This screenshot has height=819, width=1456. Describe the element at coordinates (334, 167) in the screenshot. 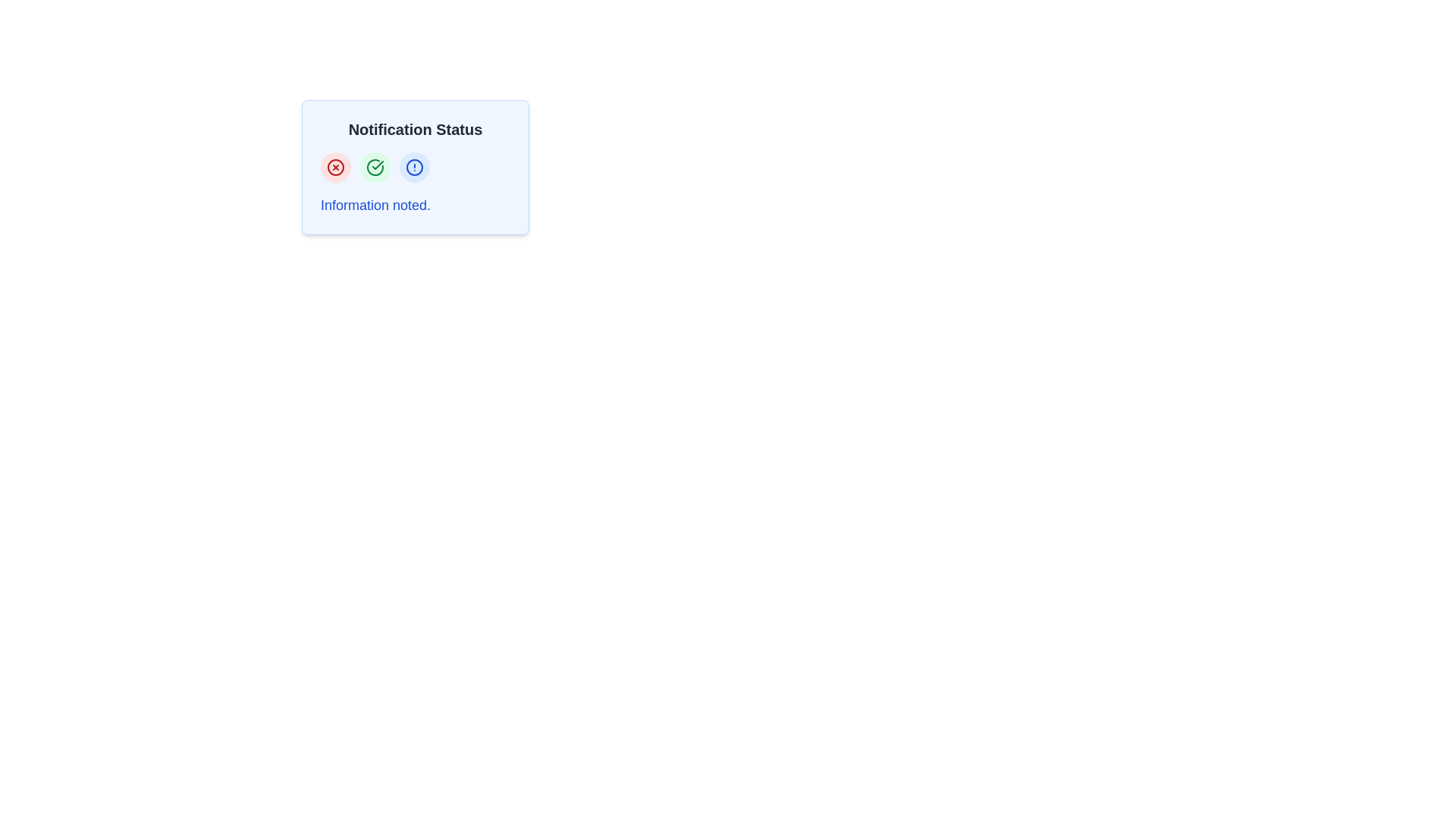

I see `the dismiss button` at that location.